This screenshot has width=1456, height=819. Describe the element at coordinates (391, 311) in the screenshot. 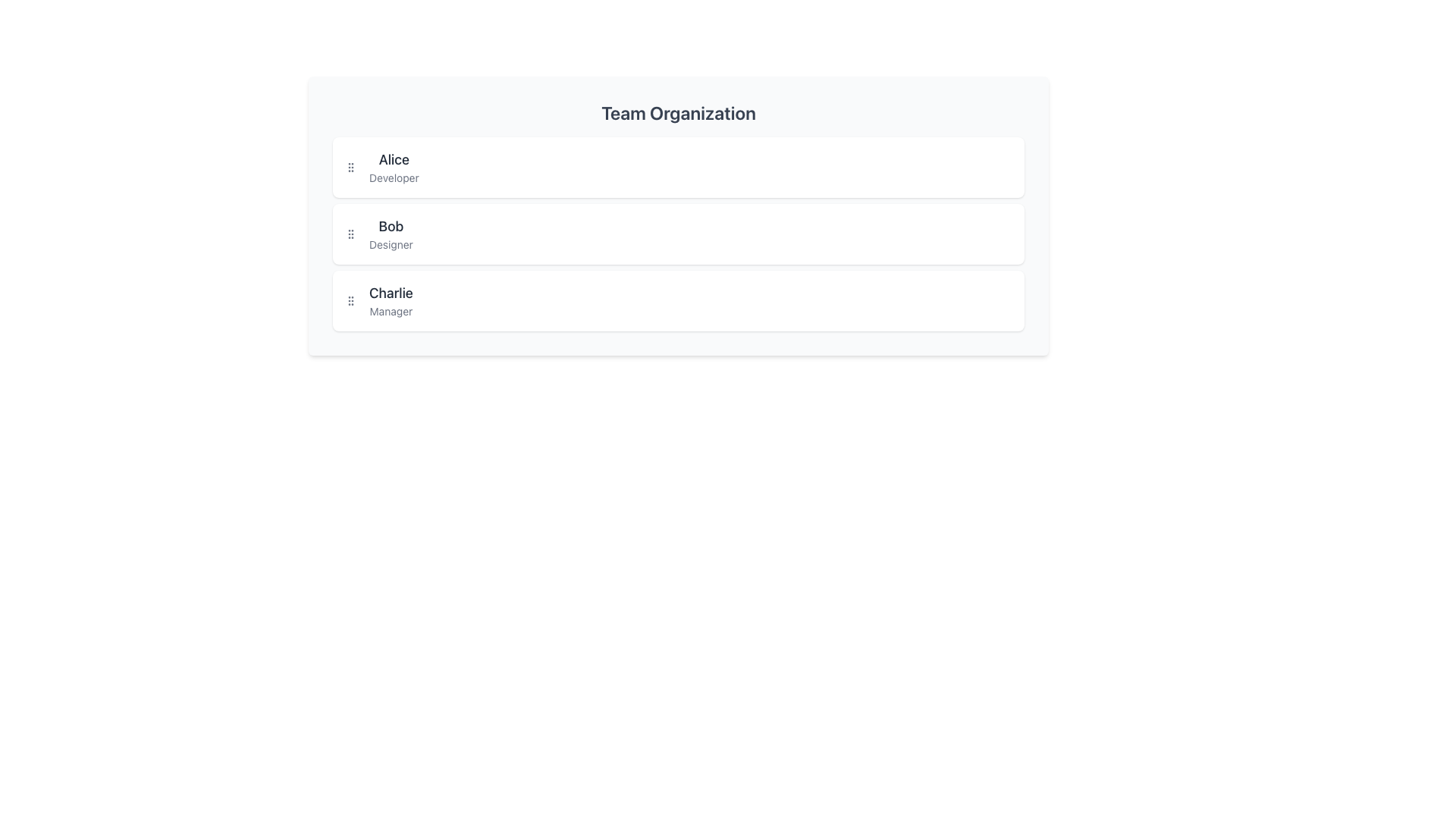

I see `the label identifying the role of the individual named 'Charlie', which indicates 'Manager' and is positioned below the name 'Charlie'` at that location.